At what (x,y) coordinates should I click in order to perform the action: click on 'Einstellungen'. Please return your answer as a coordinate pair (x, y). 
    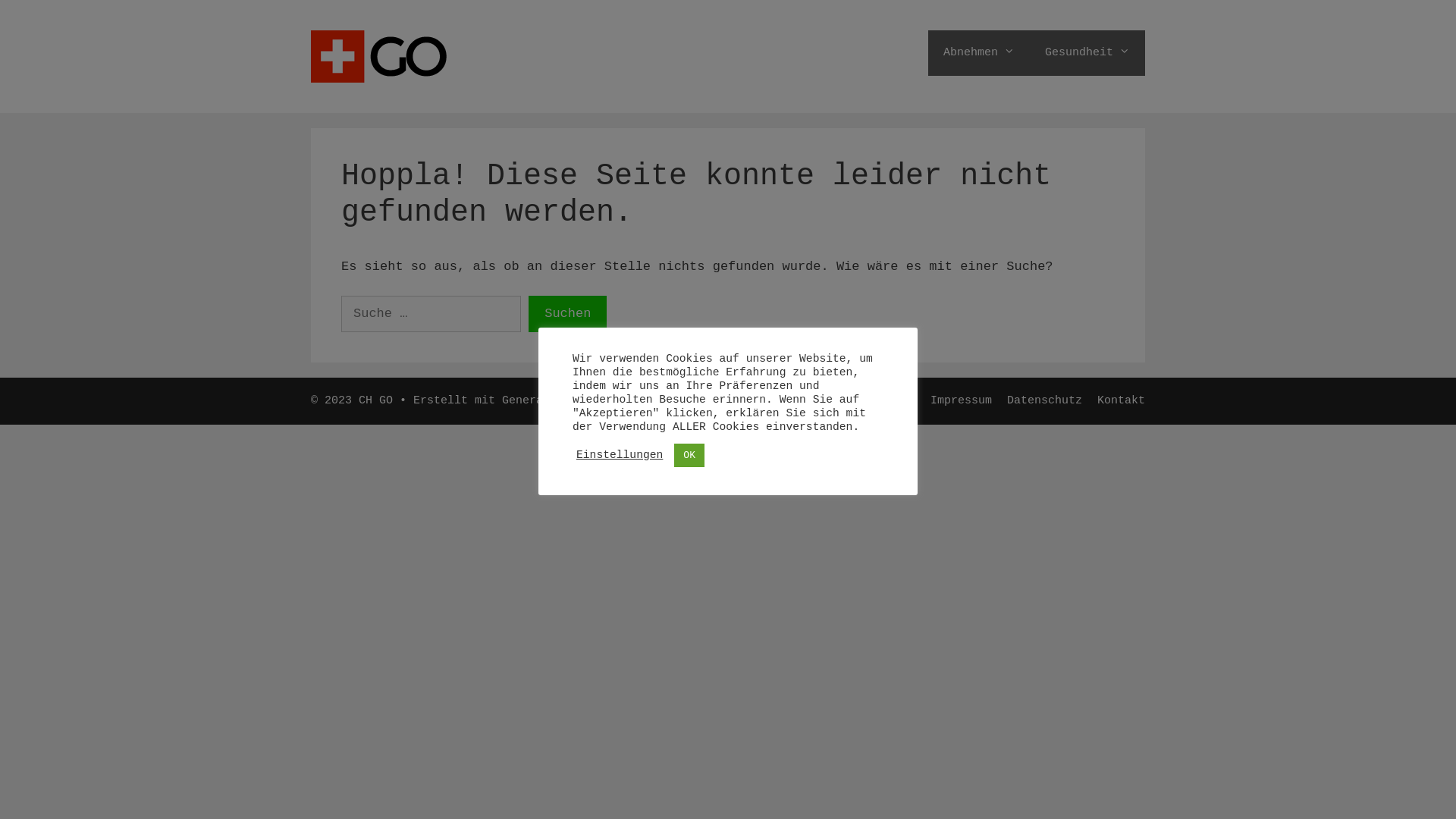
    Looking at the image, I should click on (619, 454).